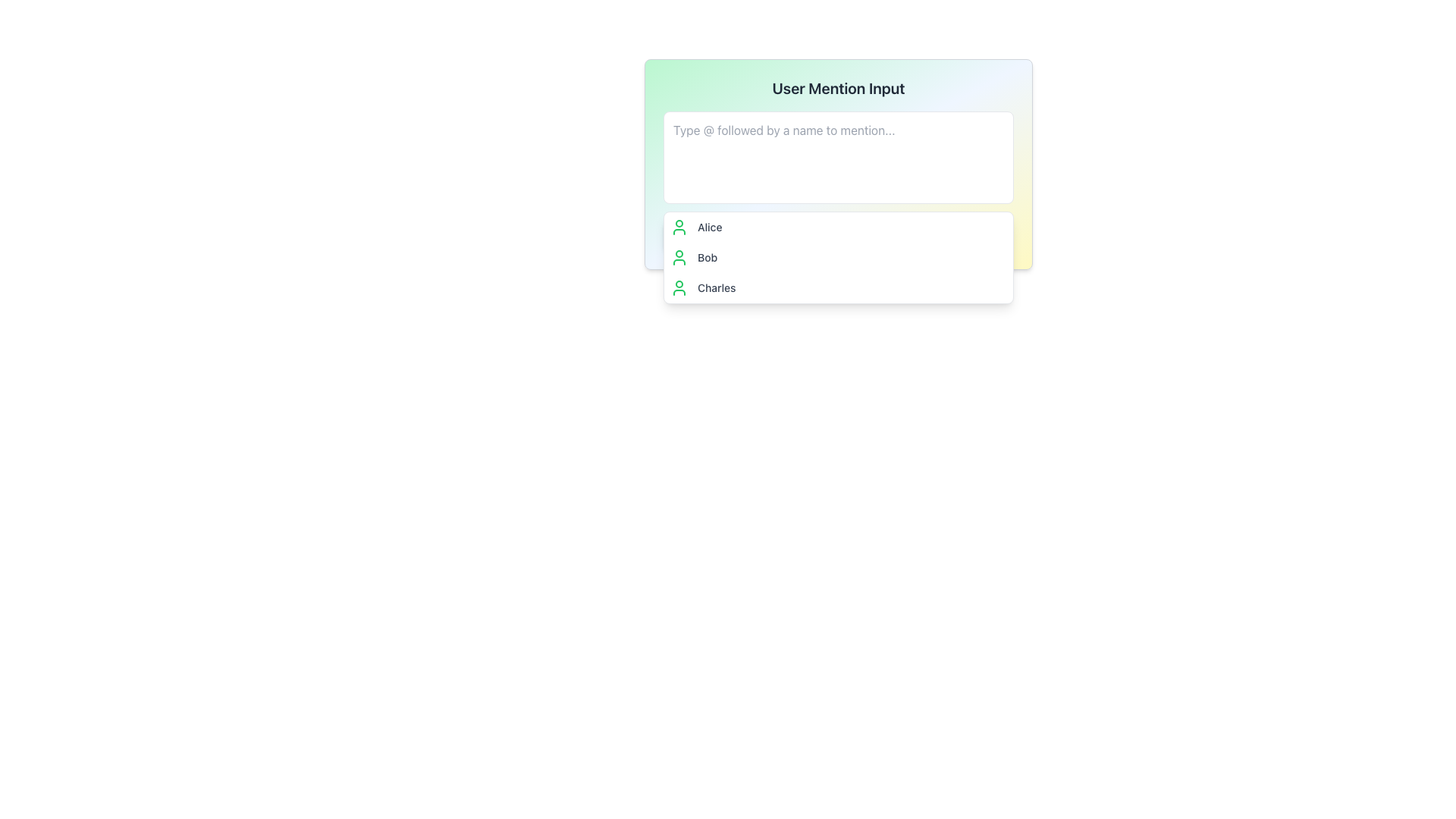  Describe the element at coordinates (837, 227) in the screenshot. I see `the selectable list item labeled 'Alice' at the top of the dropdown menu` at that location.